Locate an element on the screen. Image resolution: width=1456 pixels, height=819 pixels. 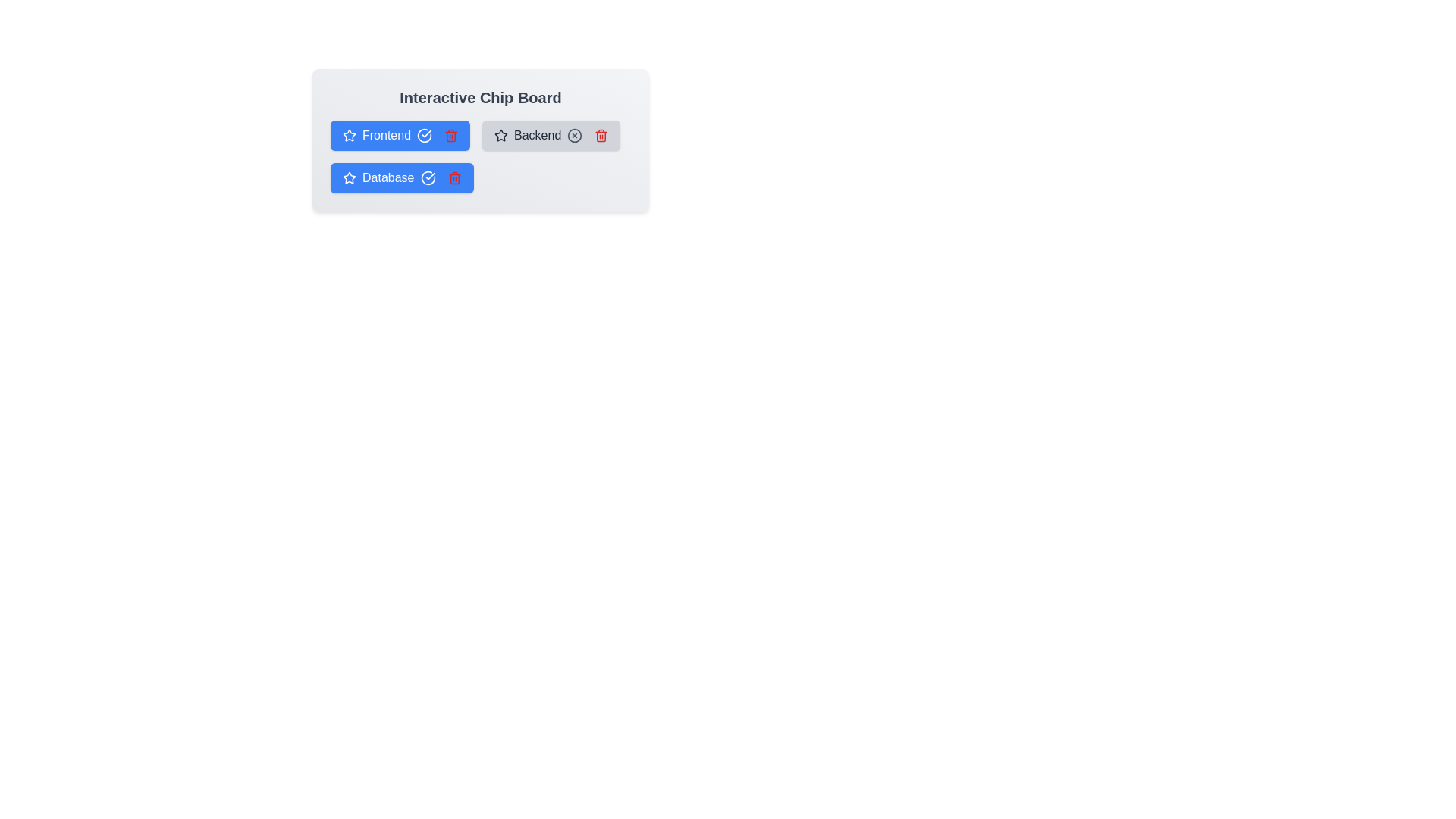
the chip labeled Frontend to toggle its selection state is located at coordinates (400, 134).